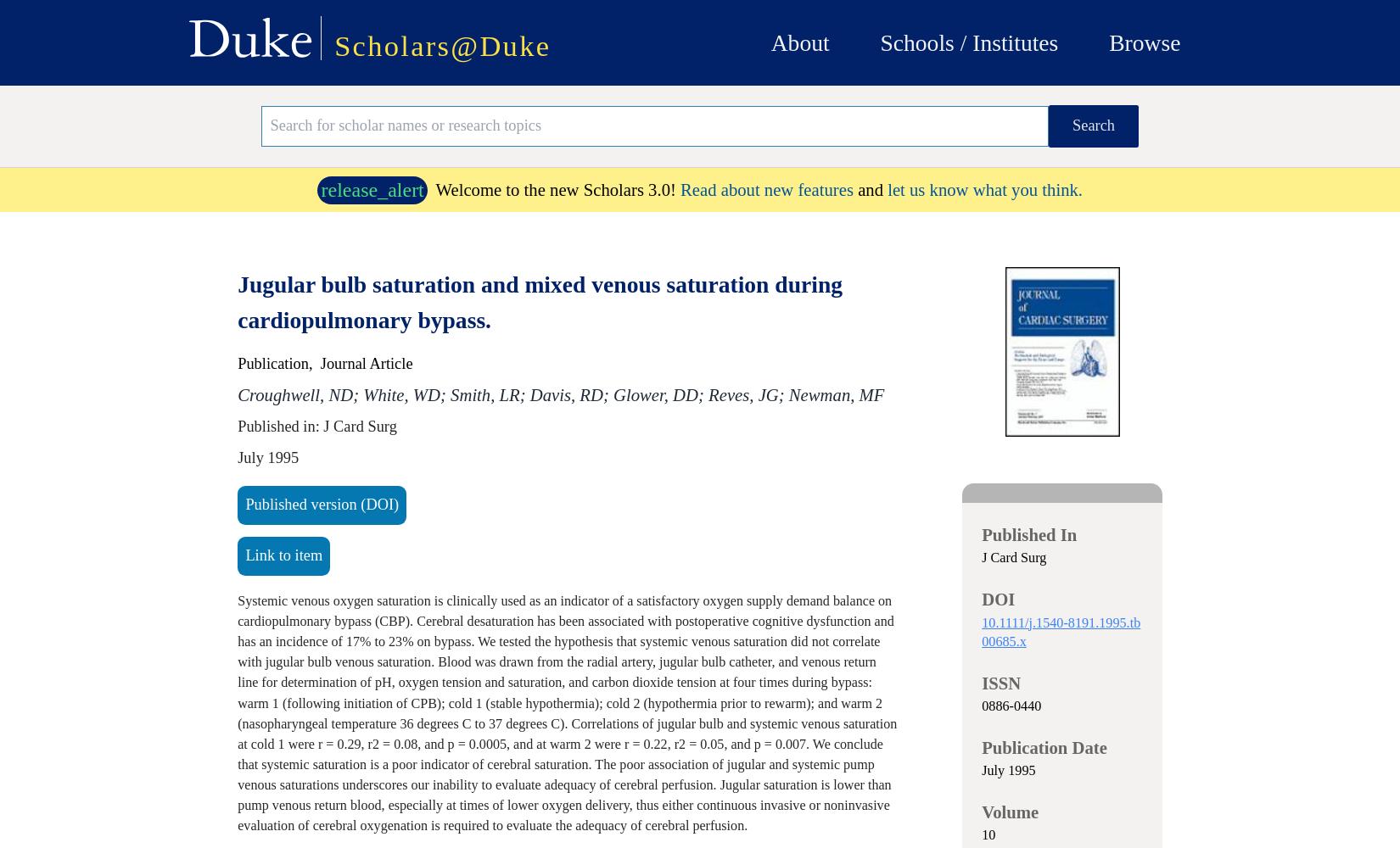 The image size is (1400, 848). What do you see at coordinates (981, 599) in the screenshot?
I see `'DOI'` at bounding box center [981, 599].